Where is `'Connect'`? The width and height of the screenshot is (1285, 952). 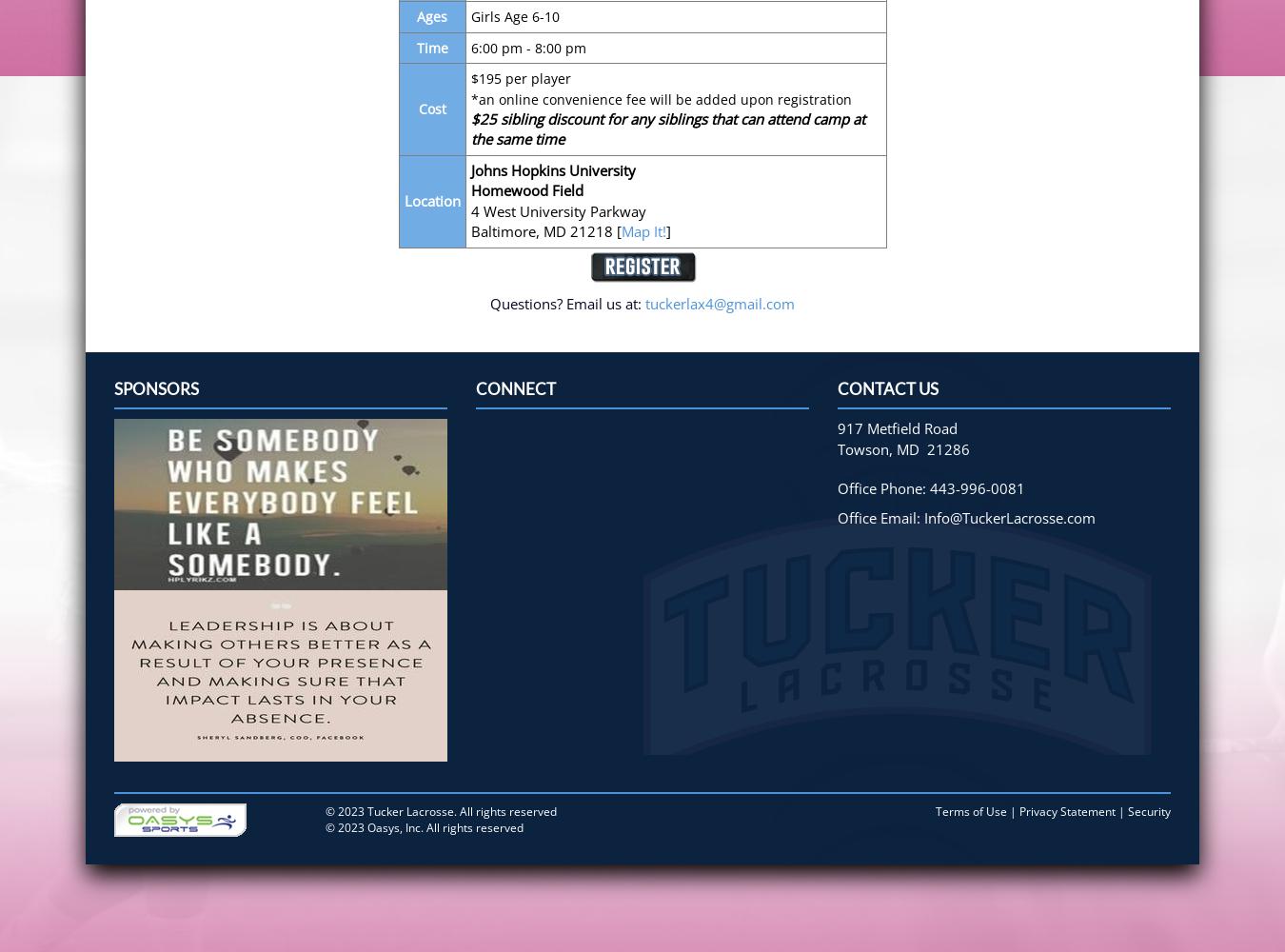 'Connect' is located at coordinates (515, 388).